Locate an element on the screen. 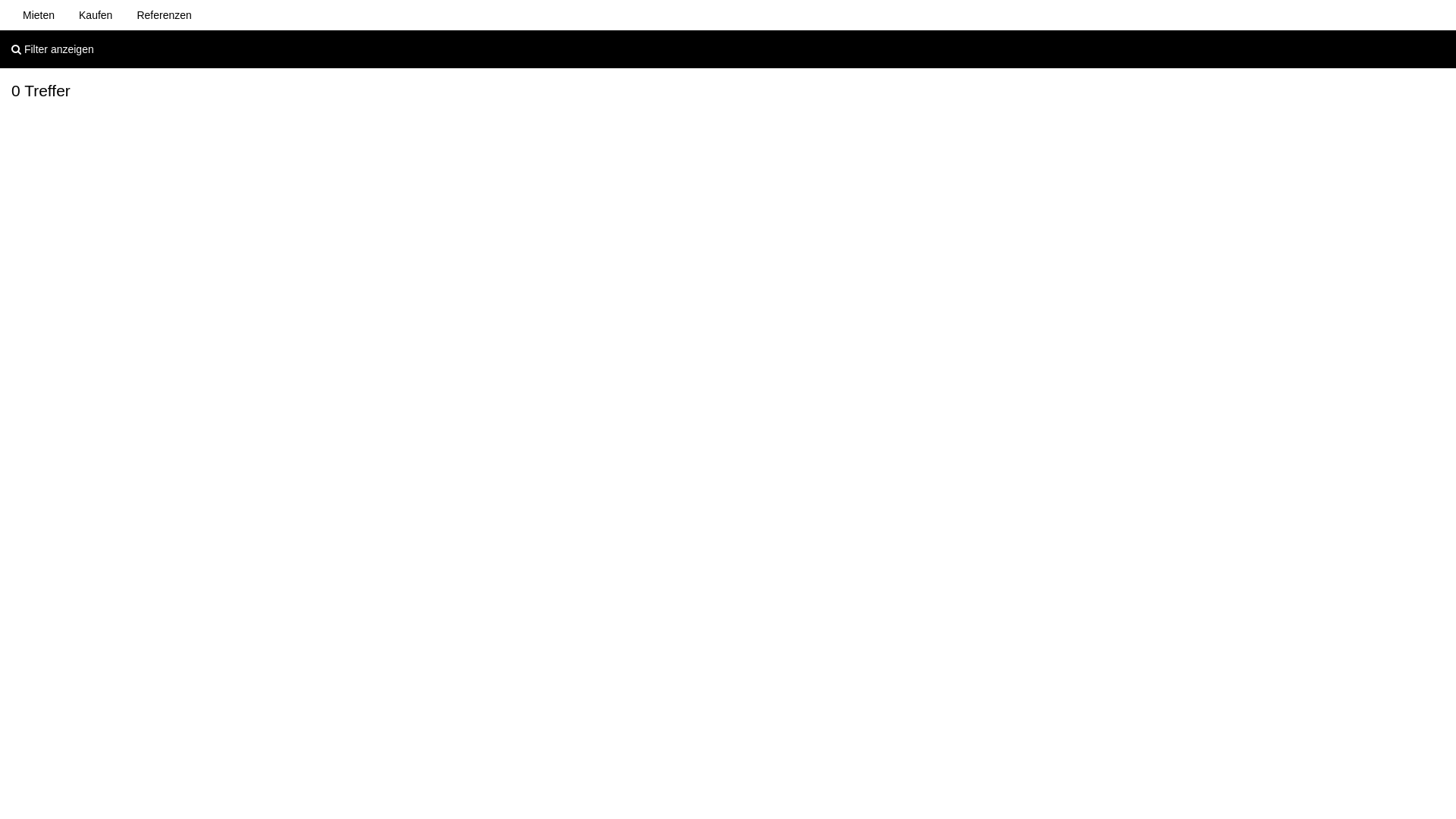  'Referenzen' is located at coordinates (164, 14).